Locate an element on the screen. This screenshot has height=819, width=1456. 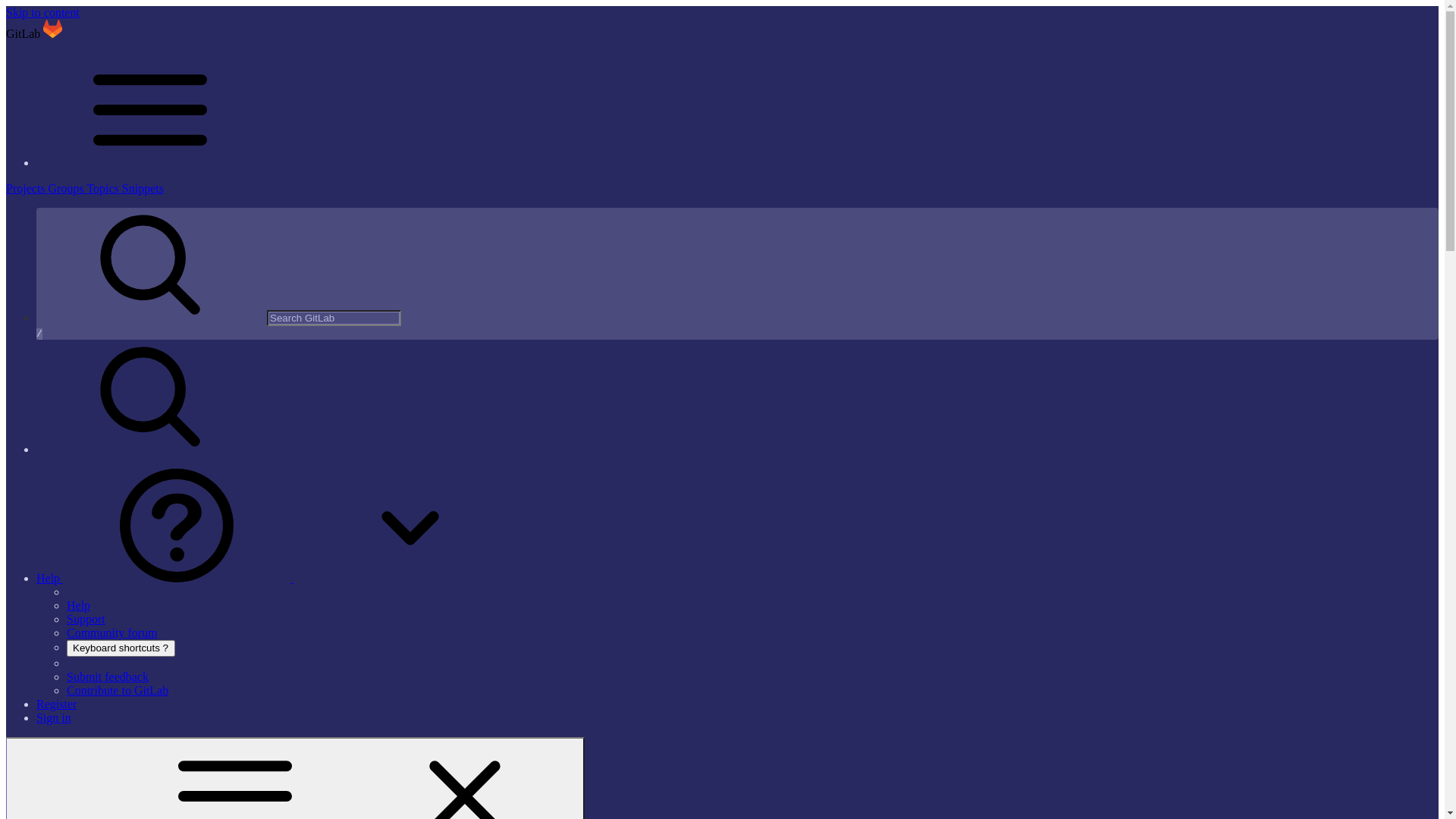
'Skip to content' is located at coordinates (42, 12).